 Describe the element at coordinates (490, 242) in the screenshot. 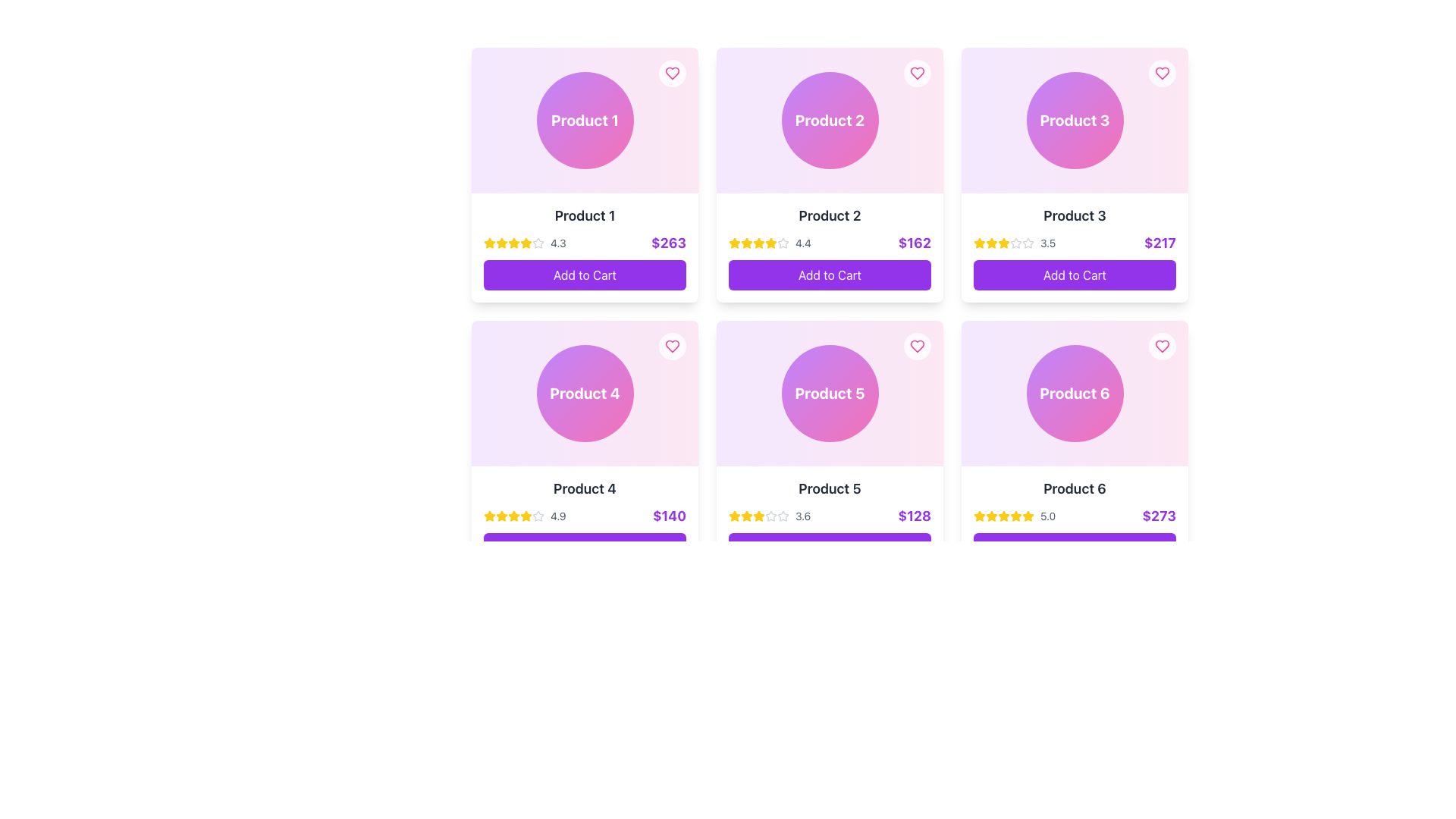

I see `the star icon representing the rating for 'Product 1'` at that location.